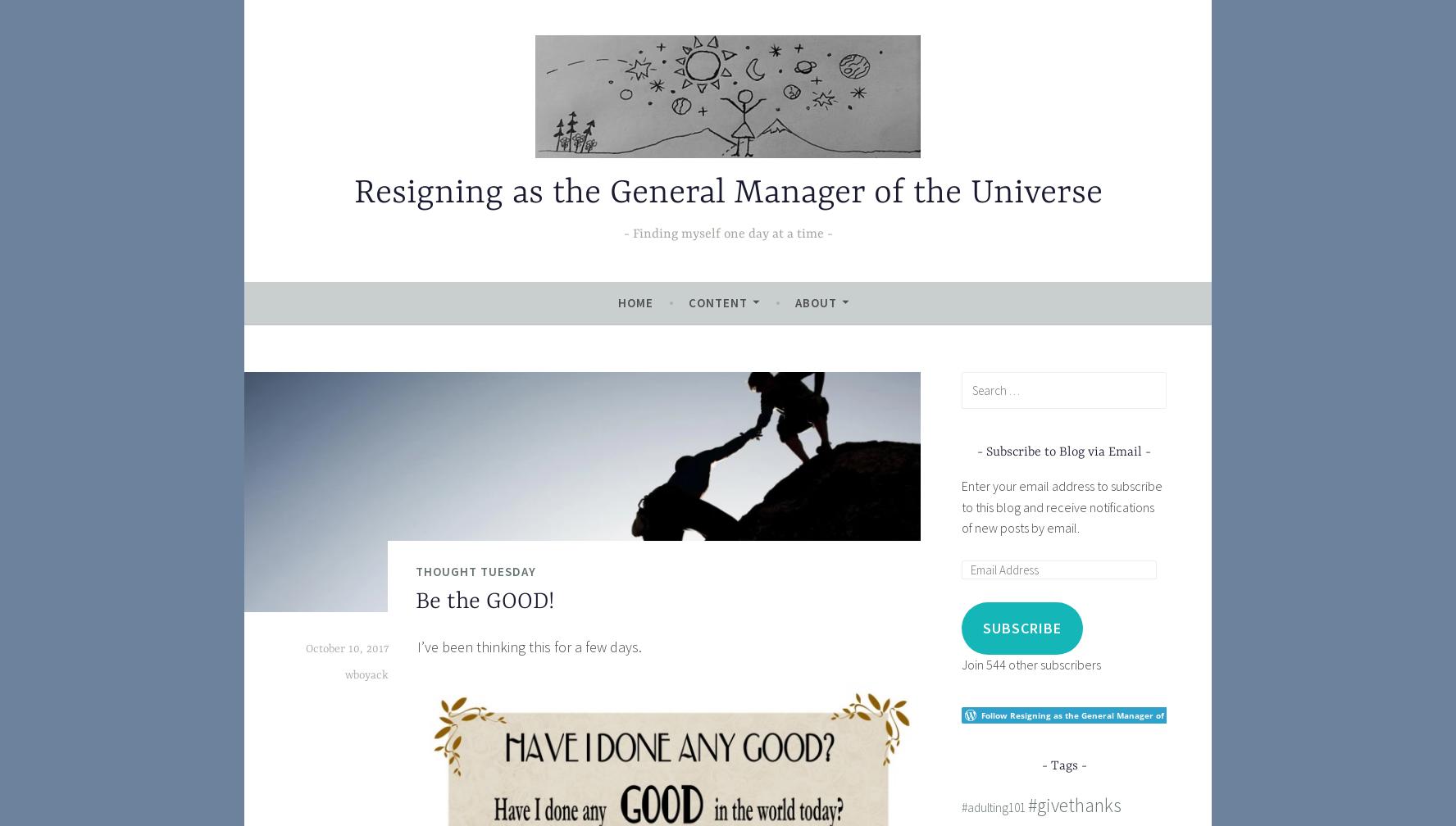  I want to click on 'Finding myself one day at a time', so click(727, 234).